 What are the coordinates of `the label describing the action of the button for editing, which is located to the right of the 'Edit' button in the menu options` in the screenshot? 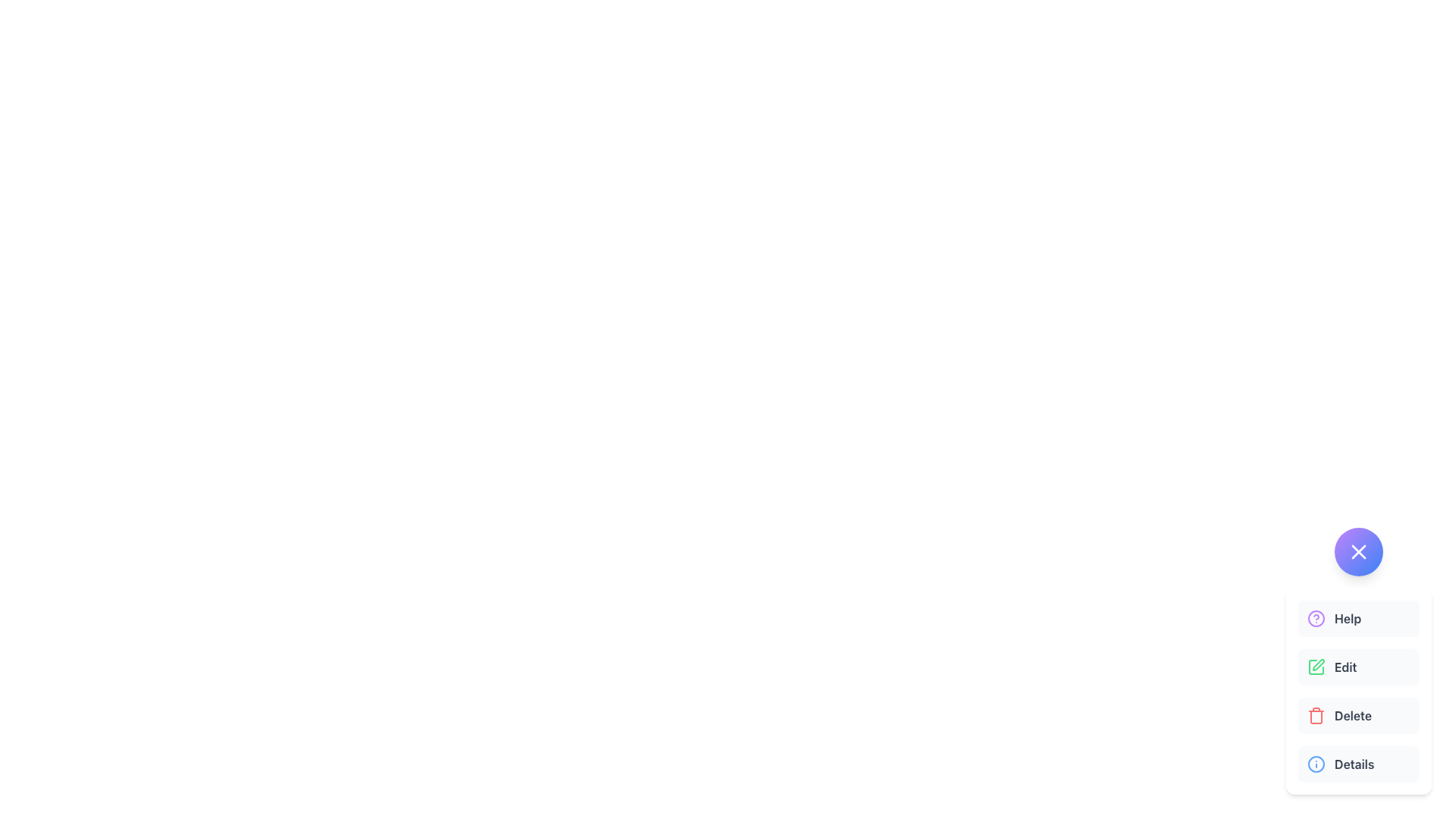 It's located at (1345, 666).